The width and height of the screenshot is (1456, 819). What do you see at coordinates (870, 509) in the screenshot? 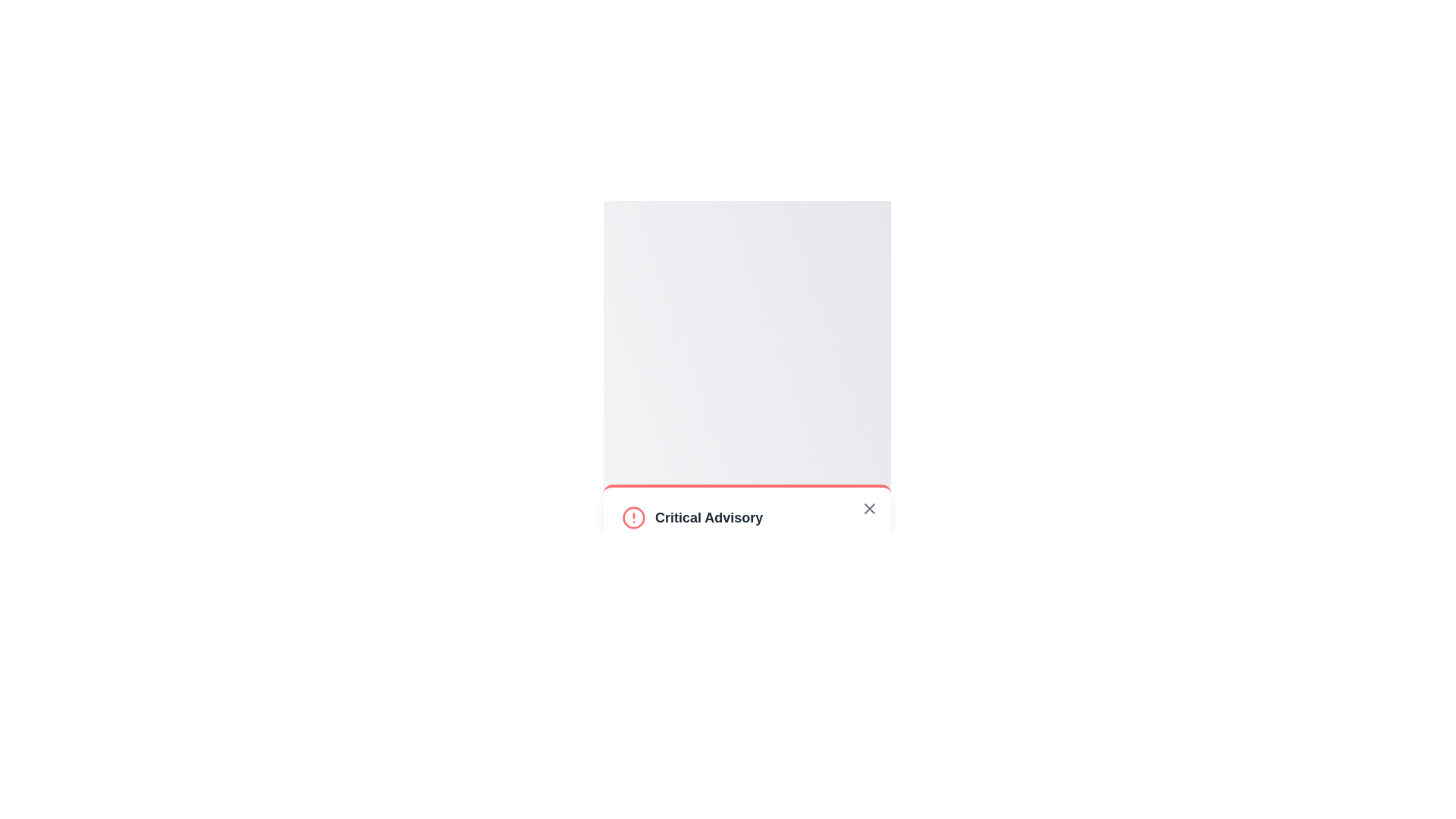
I see `the close button to dismiss the advisory panel` at bounding box center [870, 509].